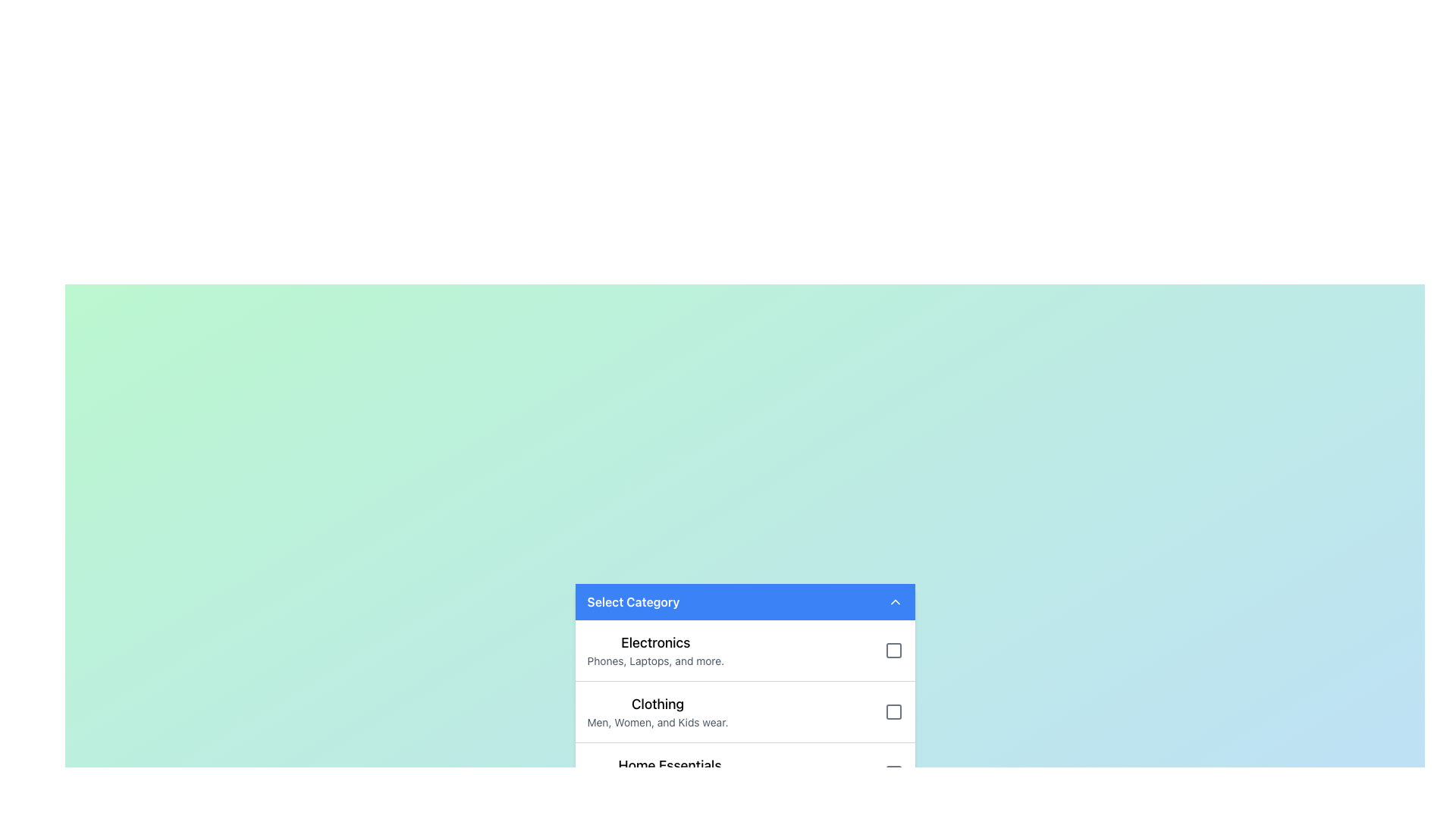 The height and width of the screenshot is (819, 1456). Describe the element at coordinates (893, 773) in the screenshot. I see `the square-shaped icon with a gray border and hollow center located on the far right side of the 'Home Essentials' row` at that location.